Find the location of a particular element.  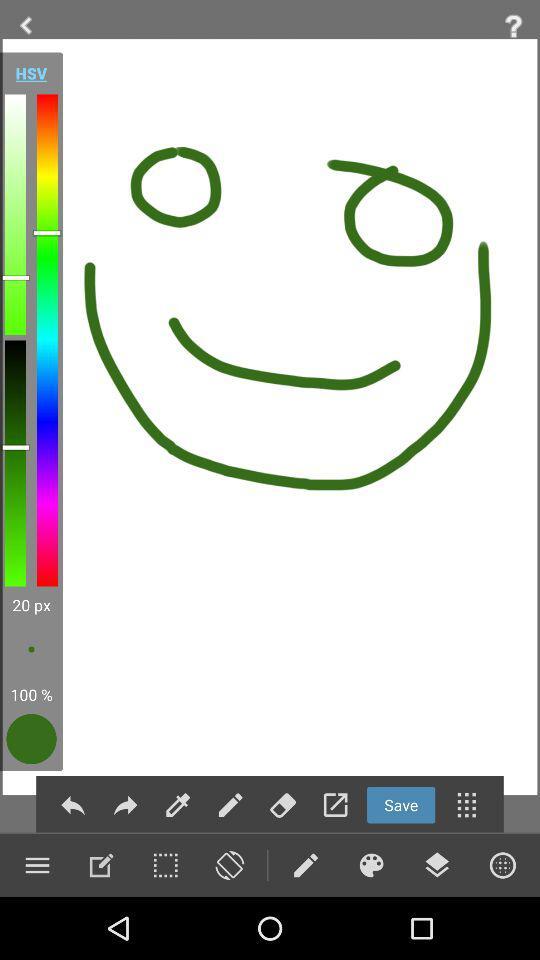

go back is located at coordinates (72, 805).